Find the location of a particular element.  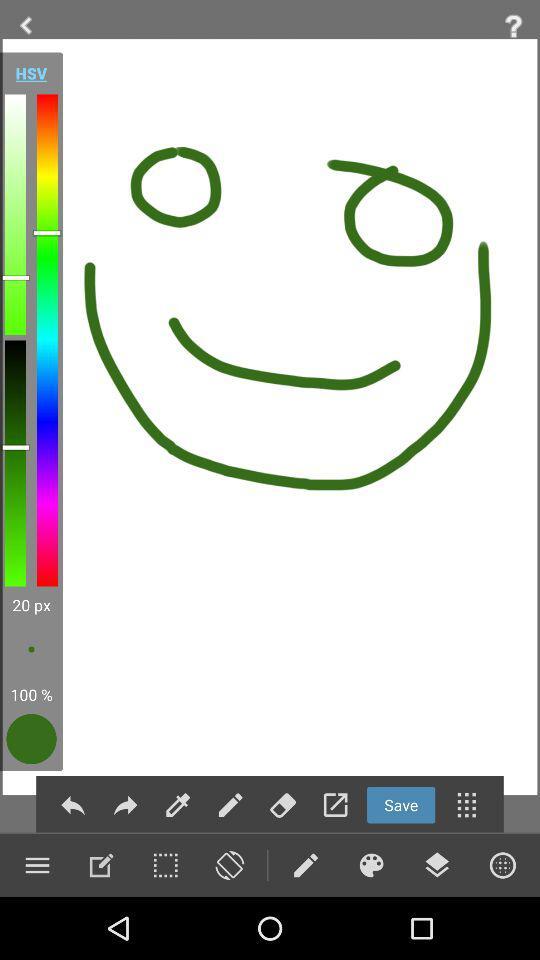

go back is located at coordinates (72, 805).